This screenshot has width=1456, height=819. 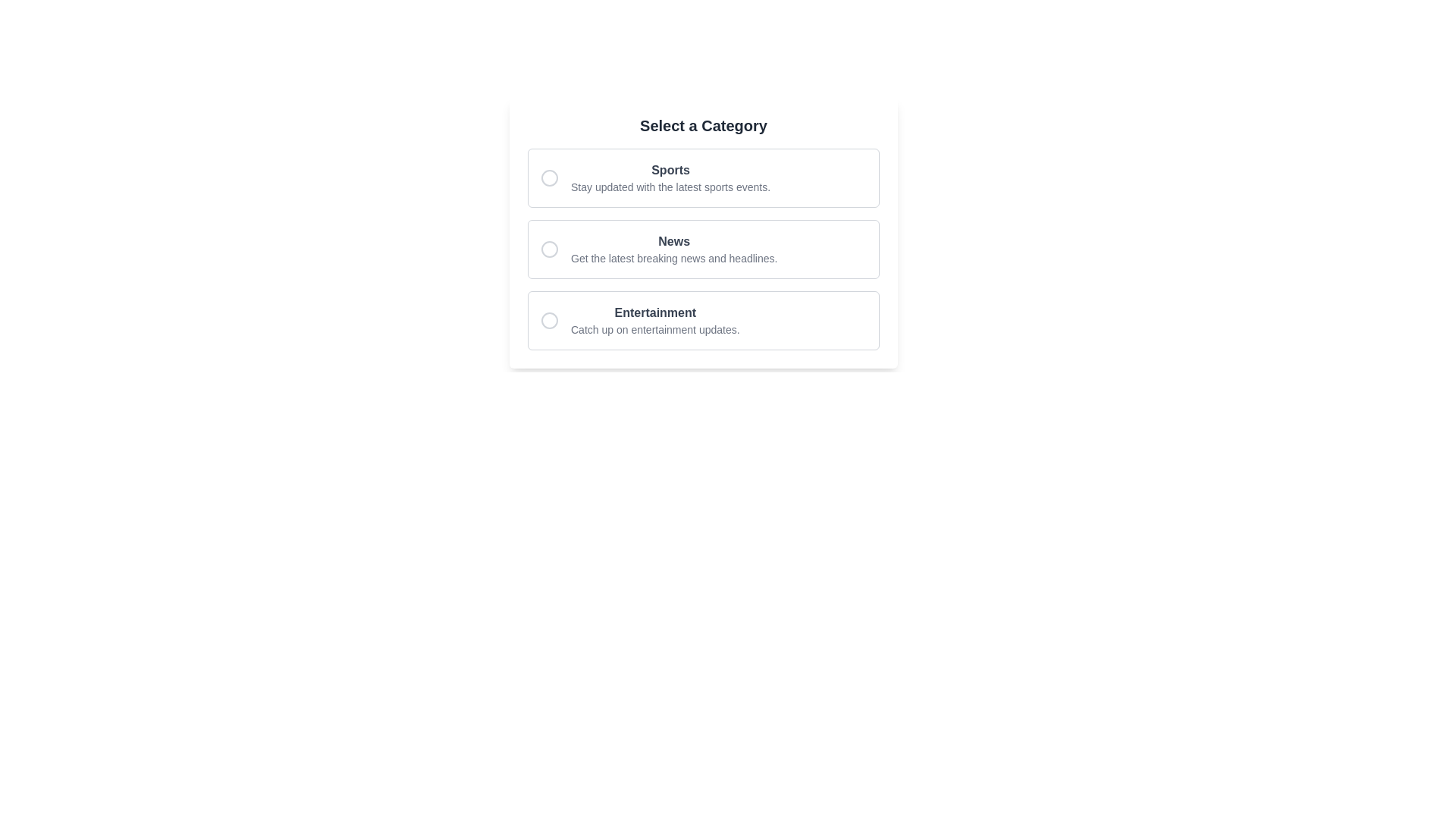 What do you see at coordinates (548, 248) in the screenshot?
I see `the unselected radio button indicator` at bounding box center [548, 248].